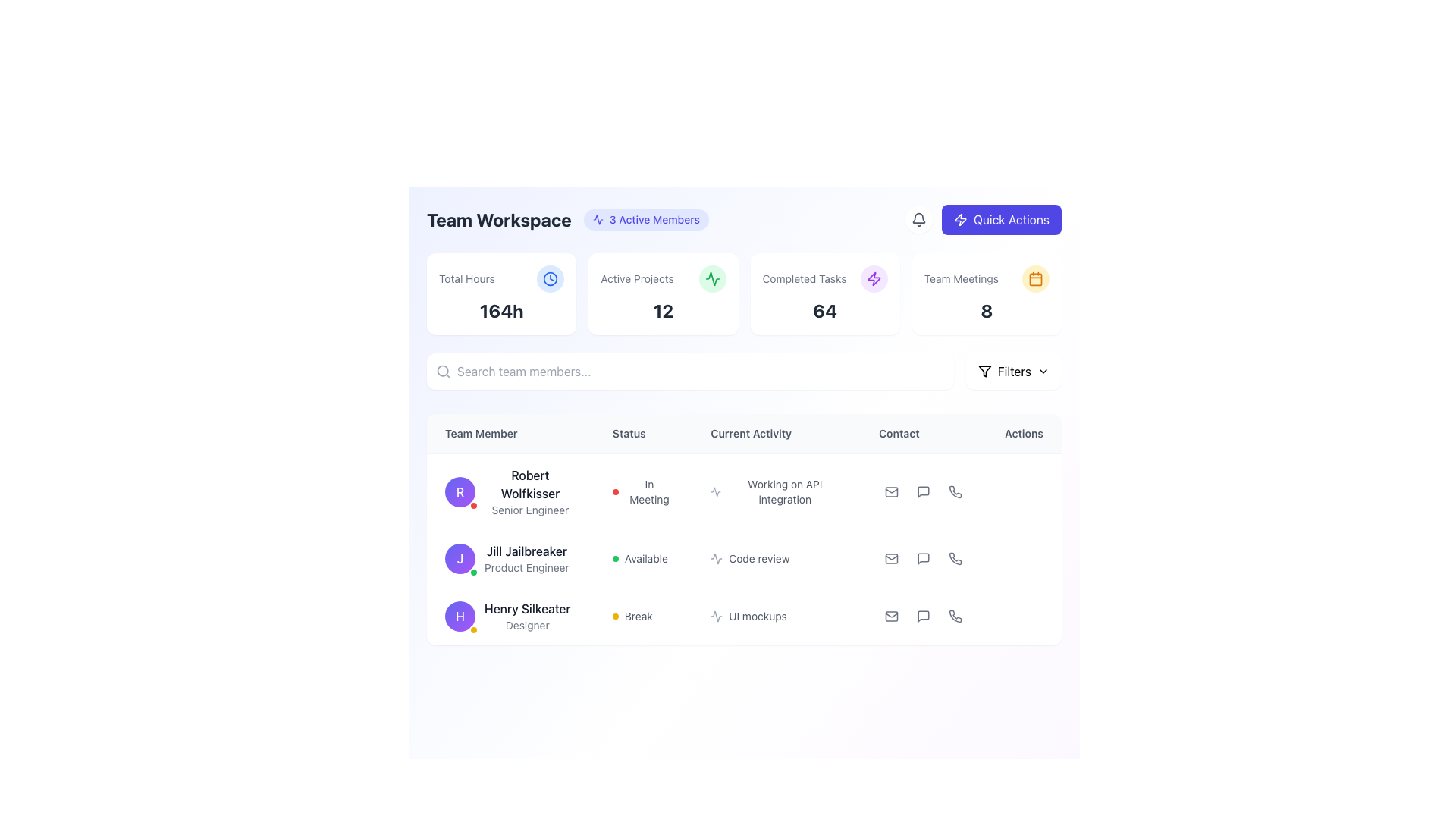 The height and width of the screenshot is (819, 1456). What do you see at coordinates (955, 491) in the screenshot?
I see `the phone icon button in light gray, located in the Actions column of the first row aligned with user Robert Wolfkisser to initiate a call` at bounding box center [955, 491].